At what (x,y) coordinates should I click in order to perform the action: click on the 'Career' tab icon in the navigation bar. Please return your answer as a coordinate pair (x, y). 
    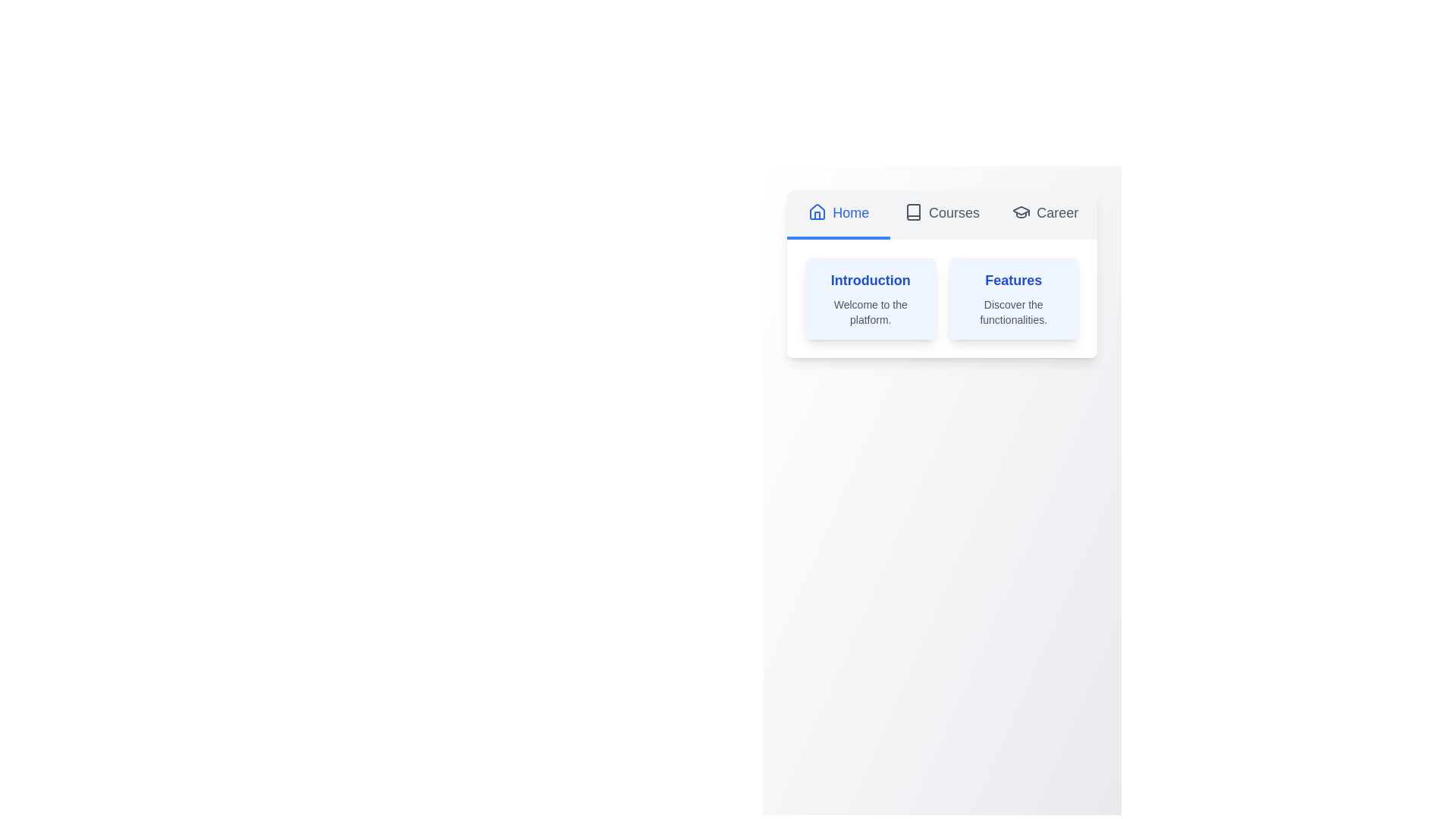
    Looking at the image, I should click on (1021, 212).